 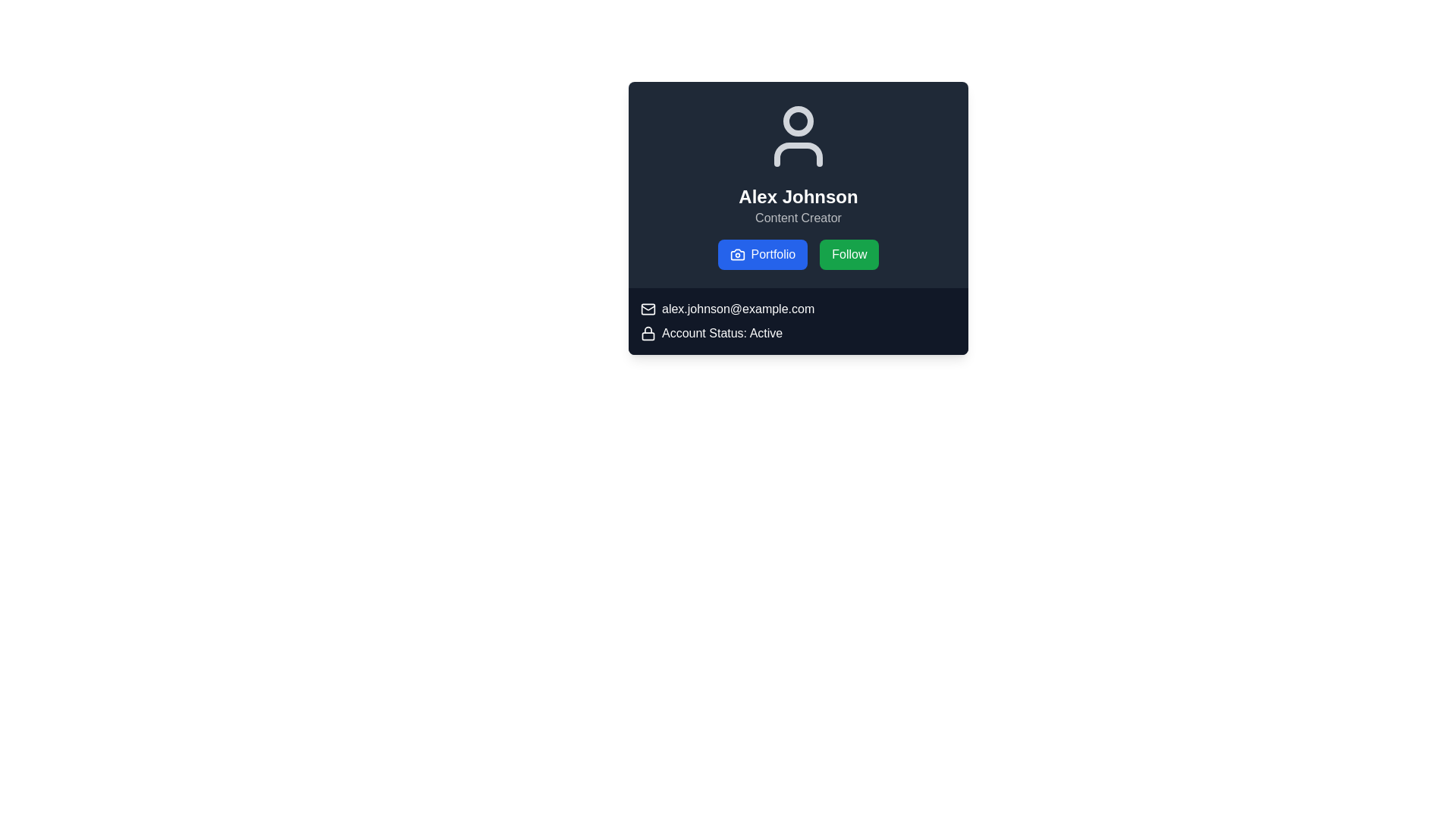 I want to click on the informational block displaying the user's email address and account status, located at the bottom of the profile card beneath the 'Portfolio' and 'Follow' buttons, so click(x=797, y=321).